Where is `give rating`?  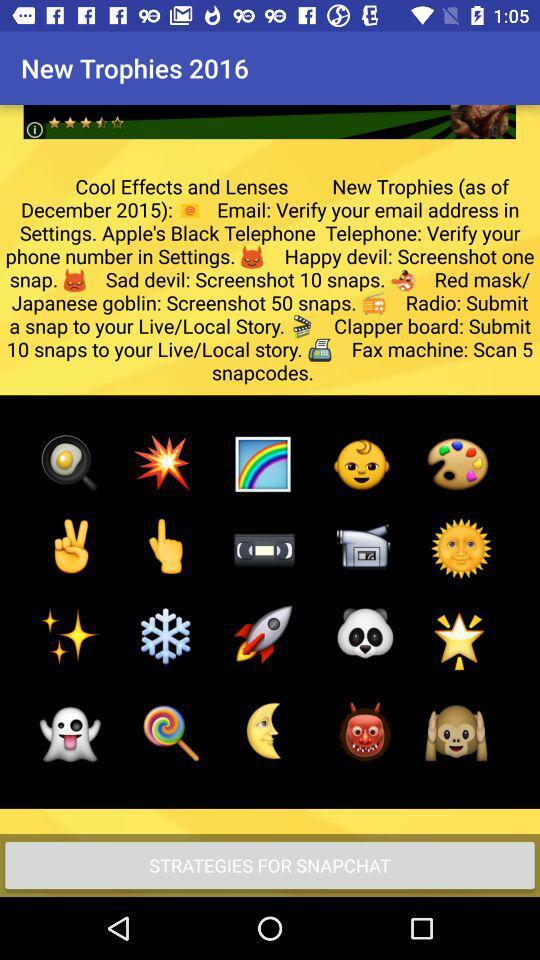 give rating is located at coordinates (269, 106).